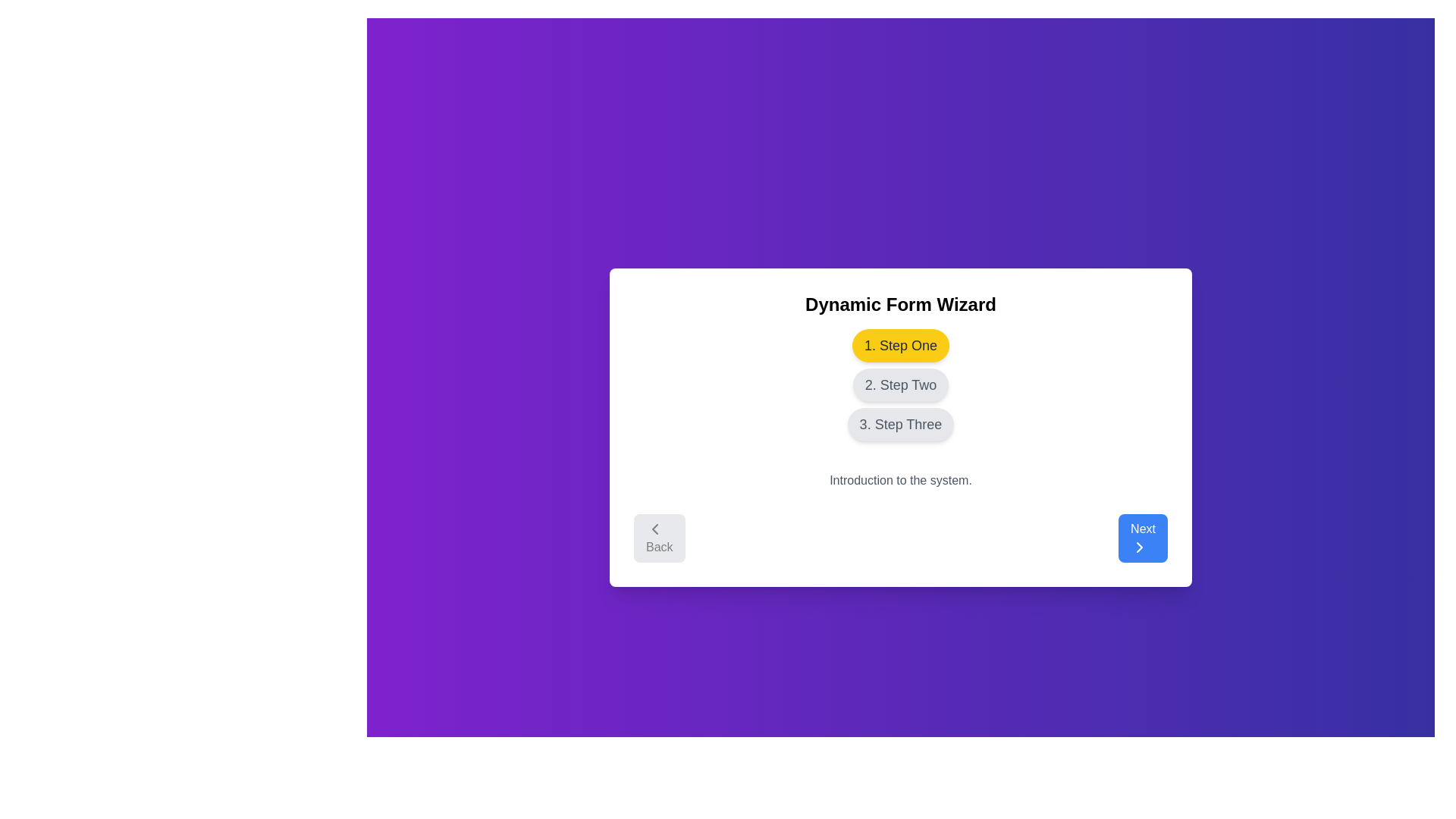  Describe the element at coordinates (659, 537) in the screenshot. I see `the Back button to navigate the steps` at that location.